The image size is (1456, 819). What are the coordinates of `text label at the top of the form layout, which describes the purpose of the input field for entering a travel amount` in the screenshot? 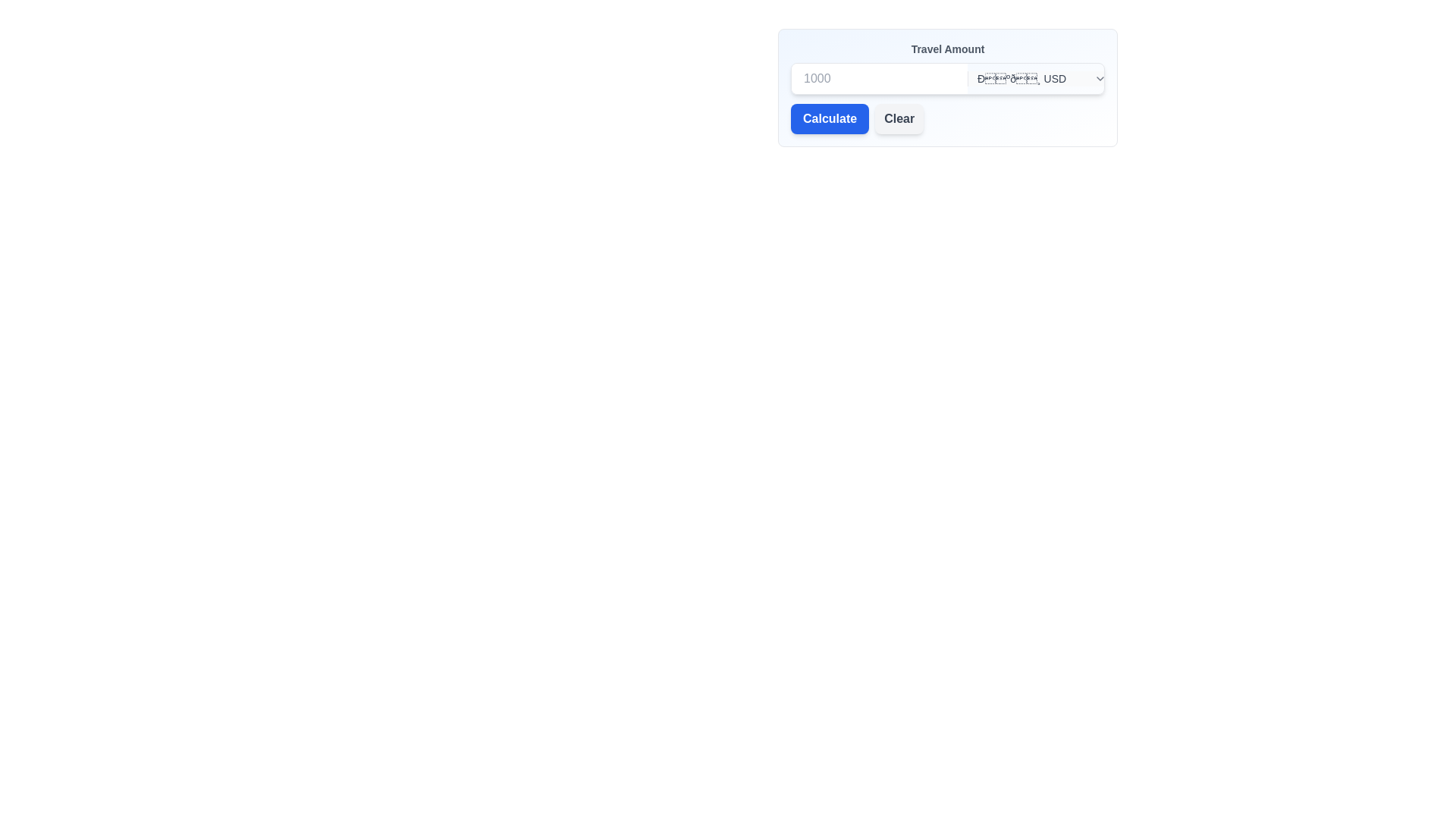 It's located at (946, 49).